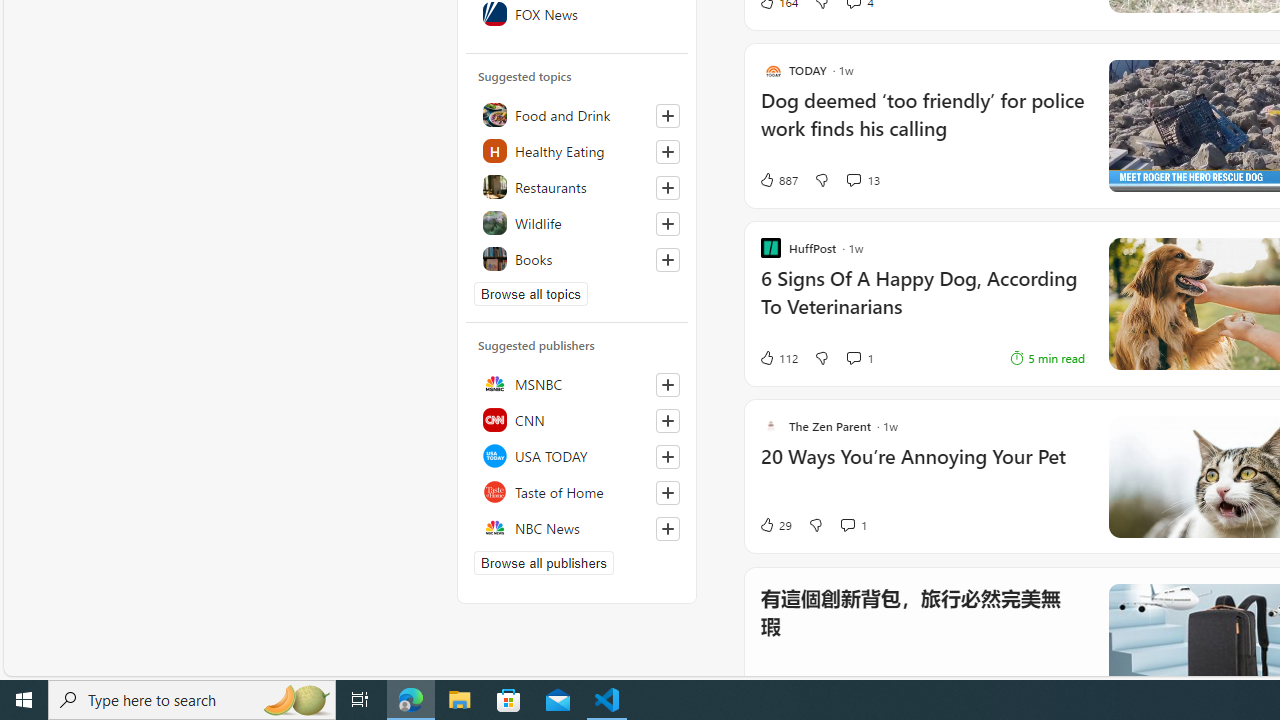 The image size is (1280, 720). I want to click on 'Follow this topic', so click(668, 258).